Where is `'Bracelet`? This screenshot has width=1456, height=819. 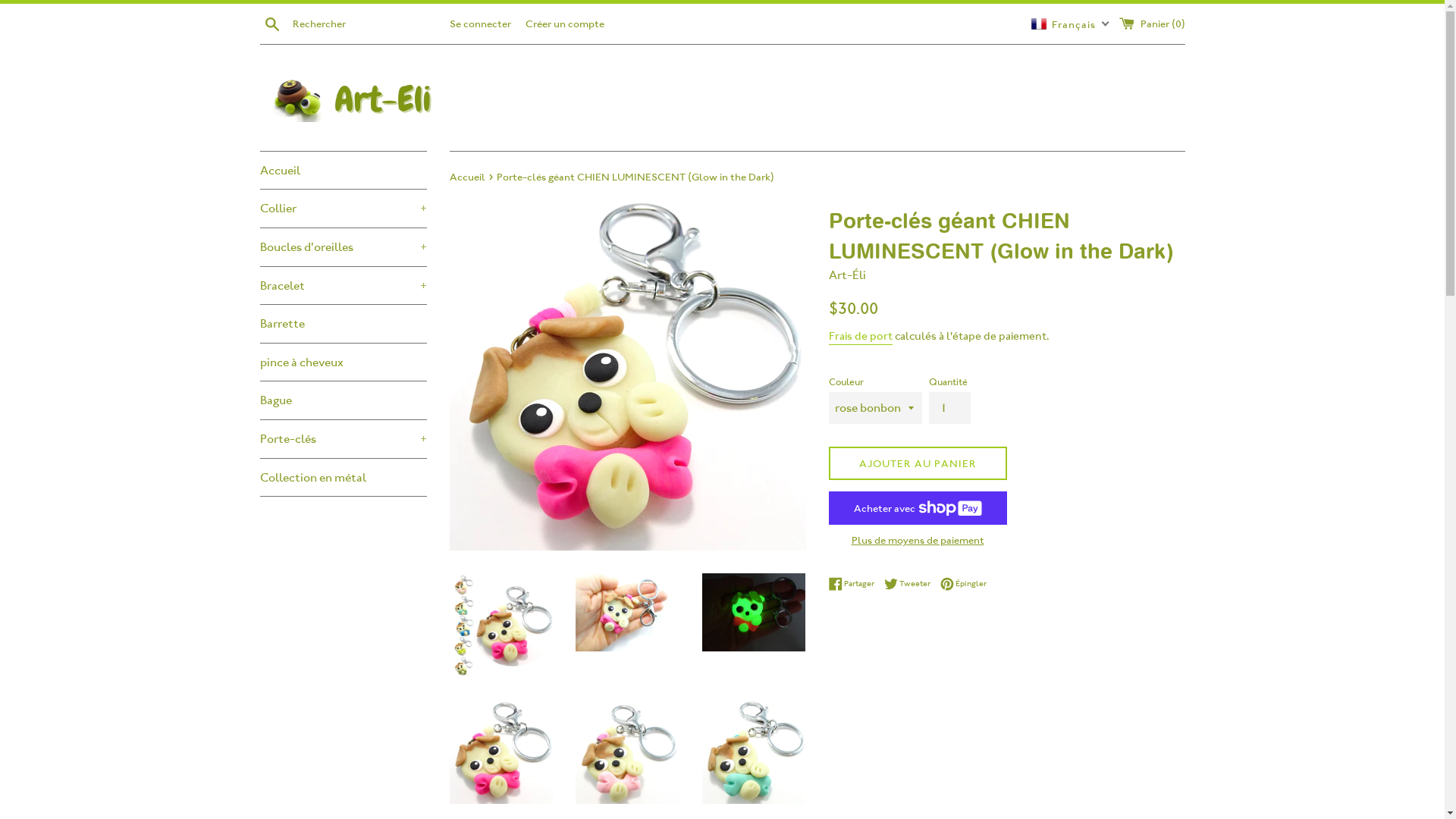
'Bracelet is located at coordinates (341, 286).